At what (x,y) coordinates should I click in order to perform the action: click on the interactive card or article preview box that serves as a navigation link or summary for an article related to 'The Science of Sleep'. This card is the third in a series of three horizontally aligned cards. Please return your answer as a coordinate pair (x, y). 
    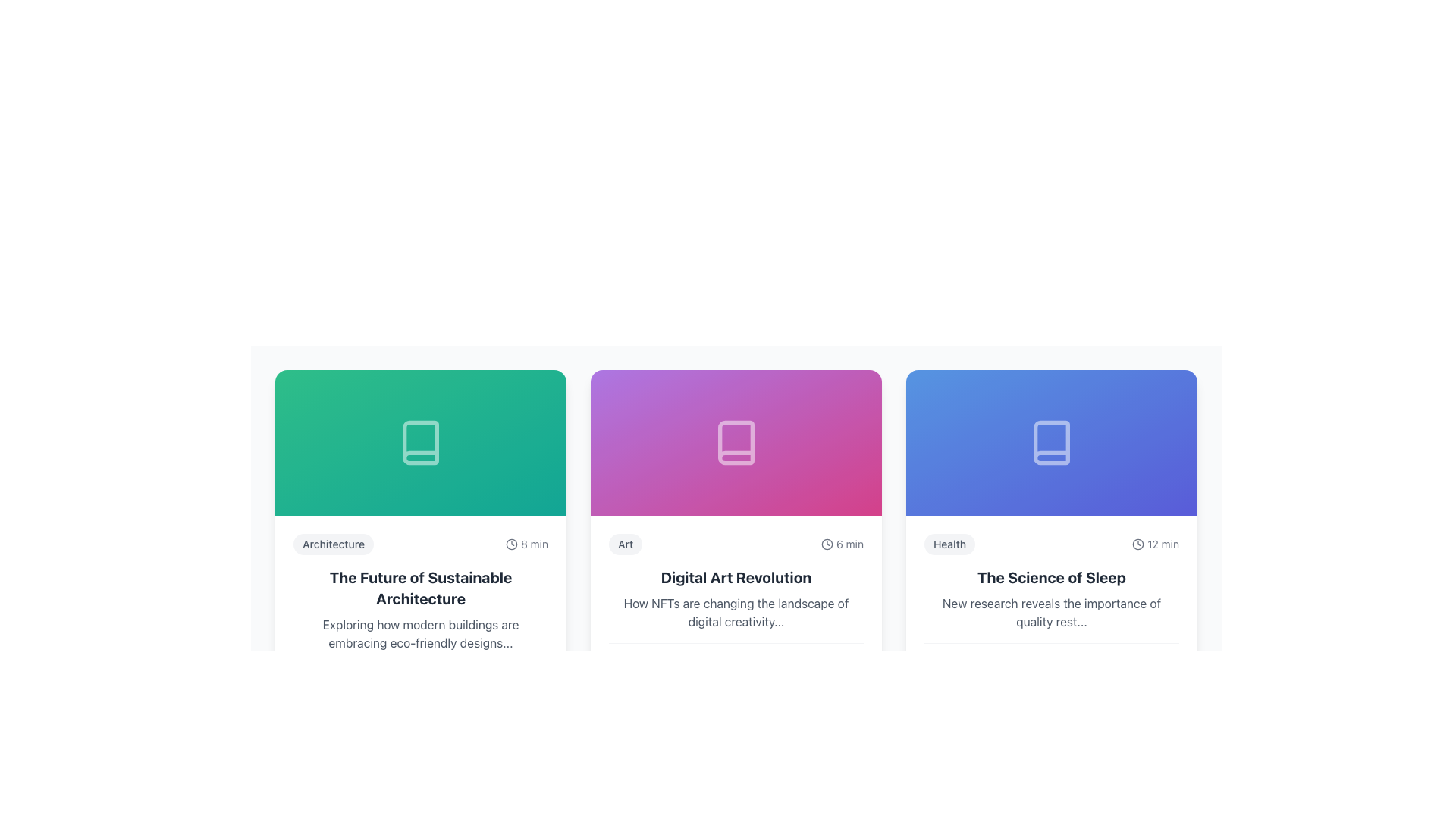
    Looking at the image, I should click on (1051, 607).